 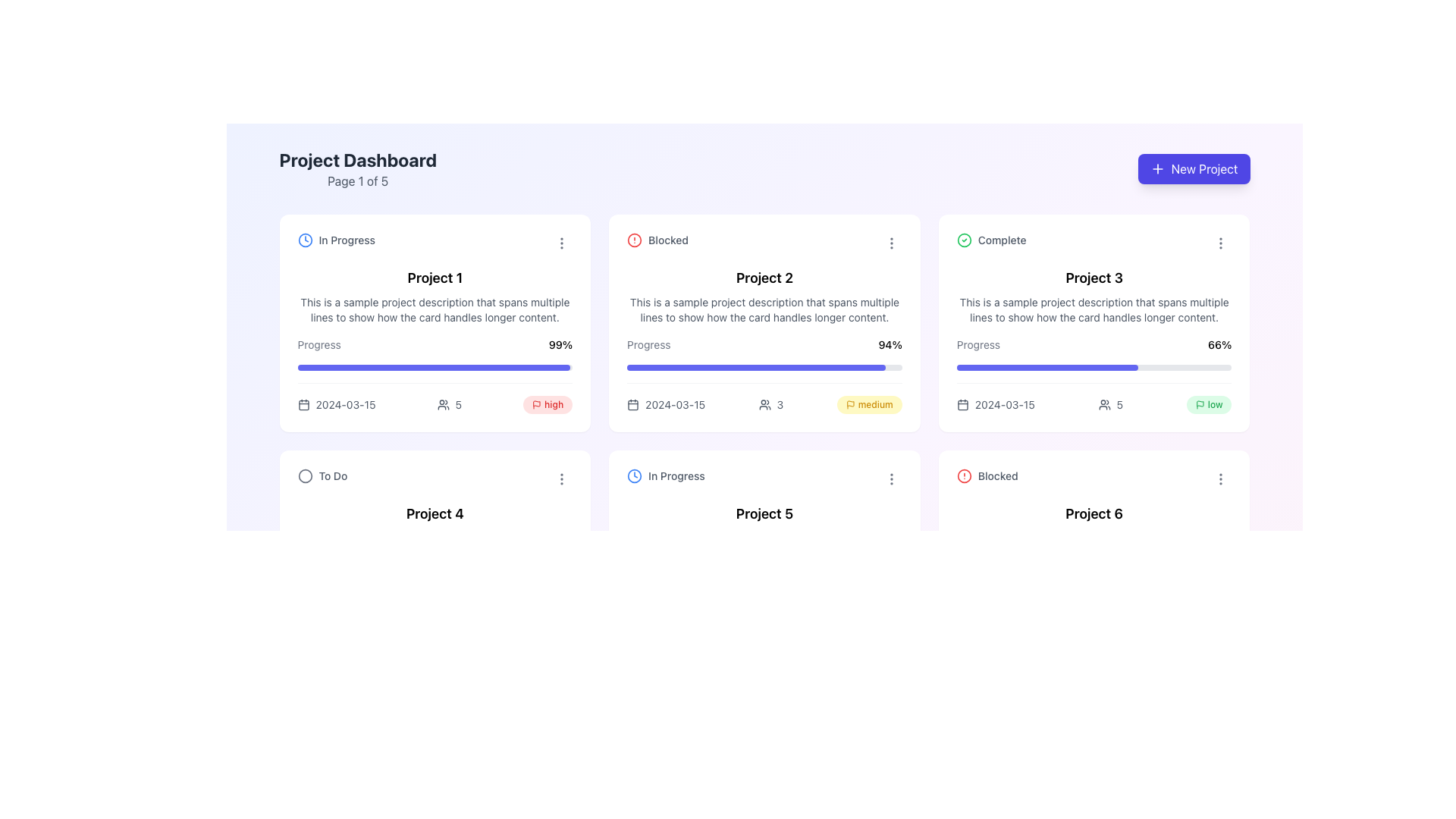 What do you see at coordinates (345, 403) in the screenshot?
I see `the text label displaying the date in the leftmost project card of the top row, located at the bottom-left corner adjacent to a calendar icon` at bounding box center [345, 403].